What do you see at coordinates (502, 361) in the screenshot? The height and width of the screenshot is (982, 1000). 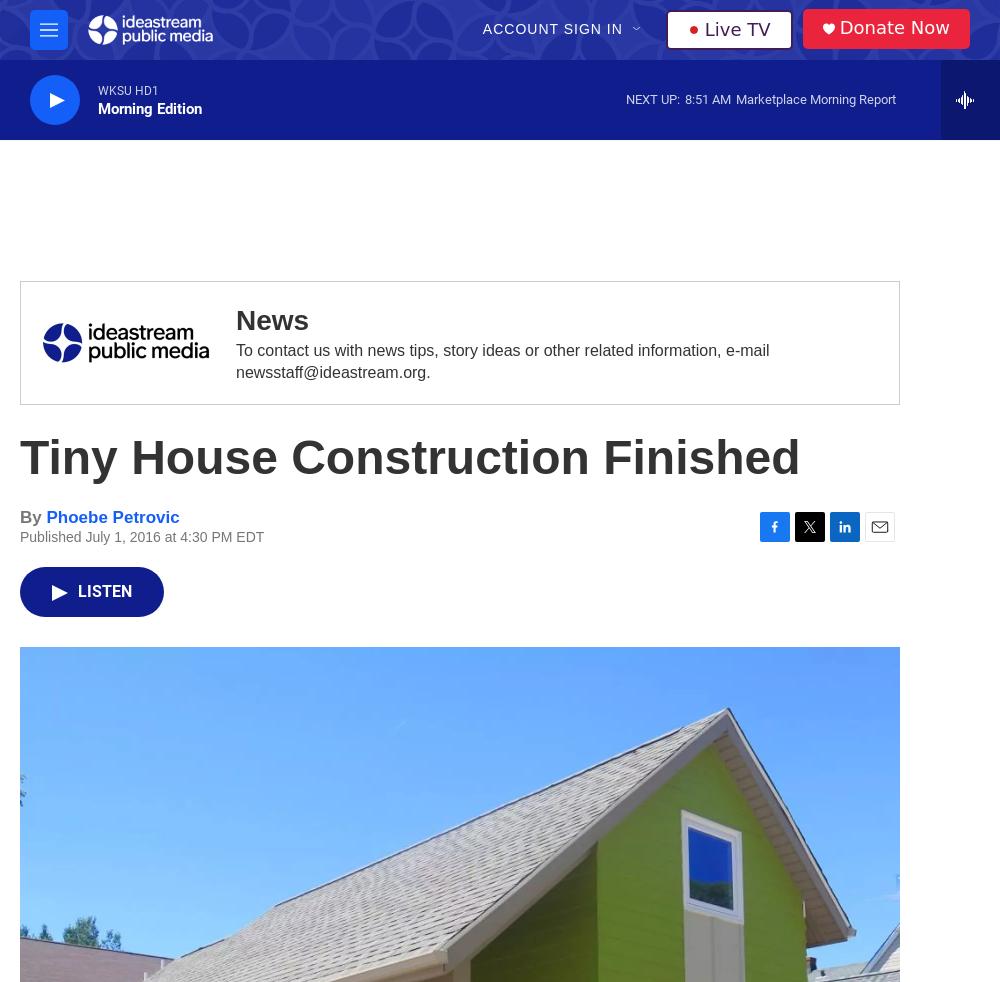 I see `'To contact us with news tips, story ideas or other related information, e-mail newsstaff@ideastream.org.'` at bounding box center [502, 361].